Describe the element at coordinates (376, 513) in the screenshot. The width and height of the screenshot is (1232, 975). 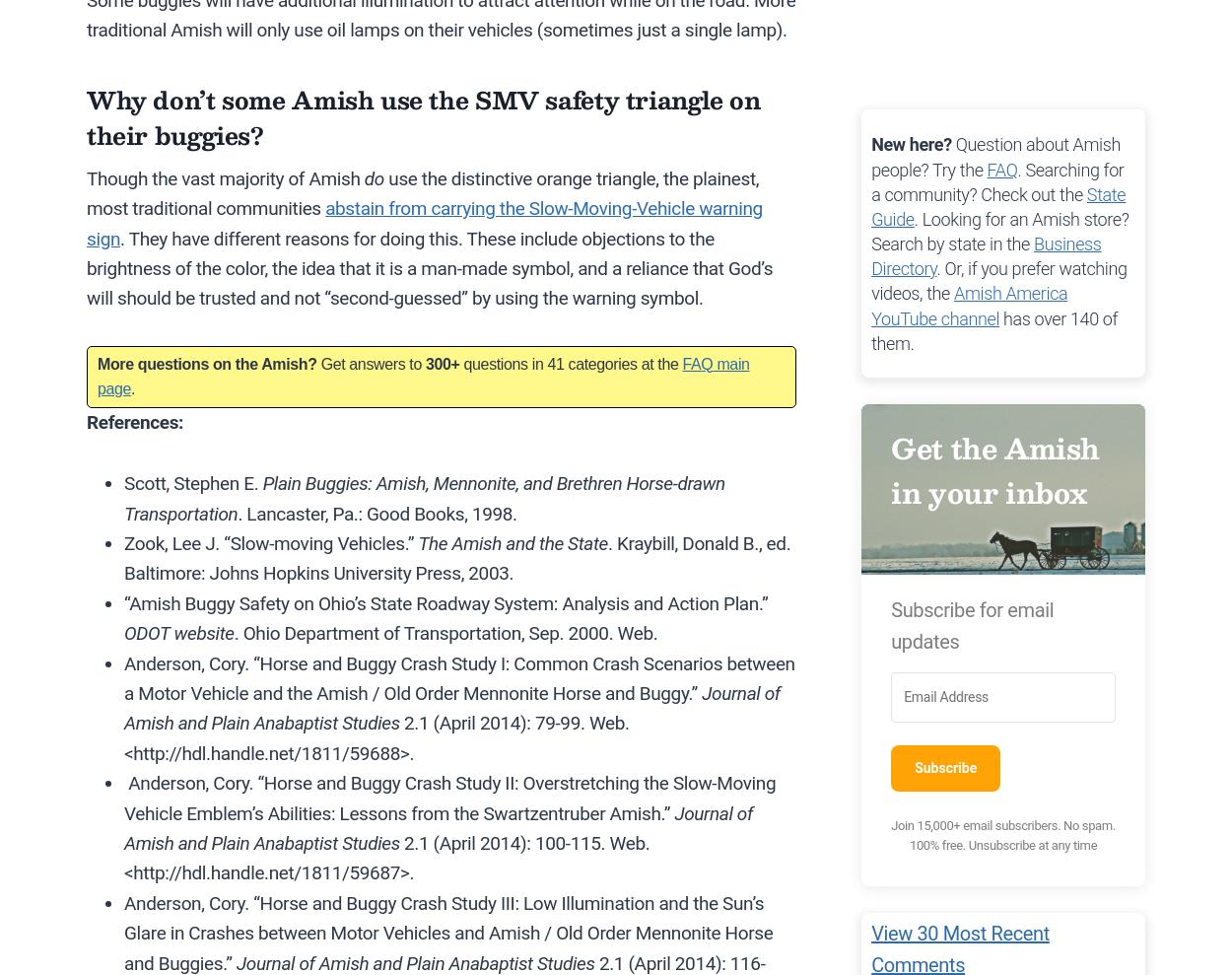
I see `'. Lancaster, Pa.: Good Books, 1998.'` at that location.